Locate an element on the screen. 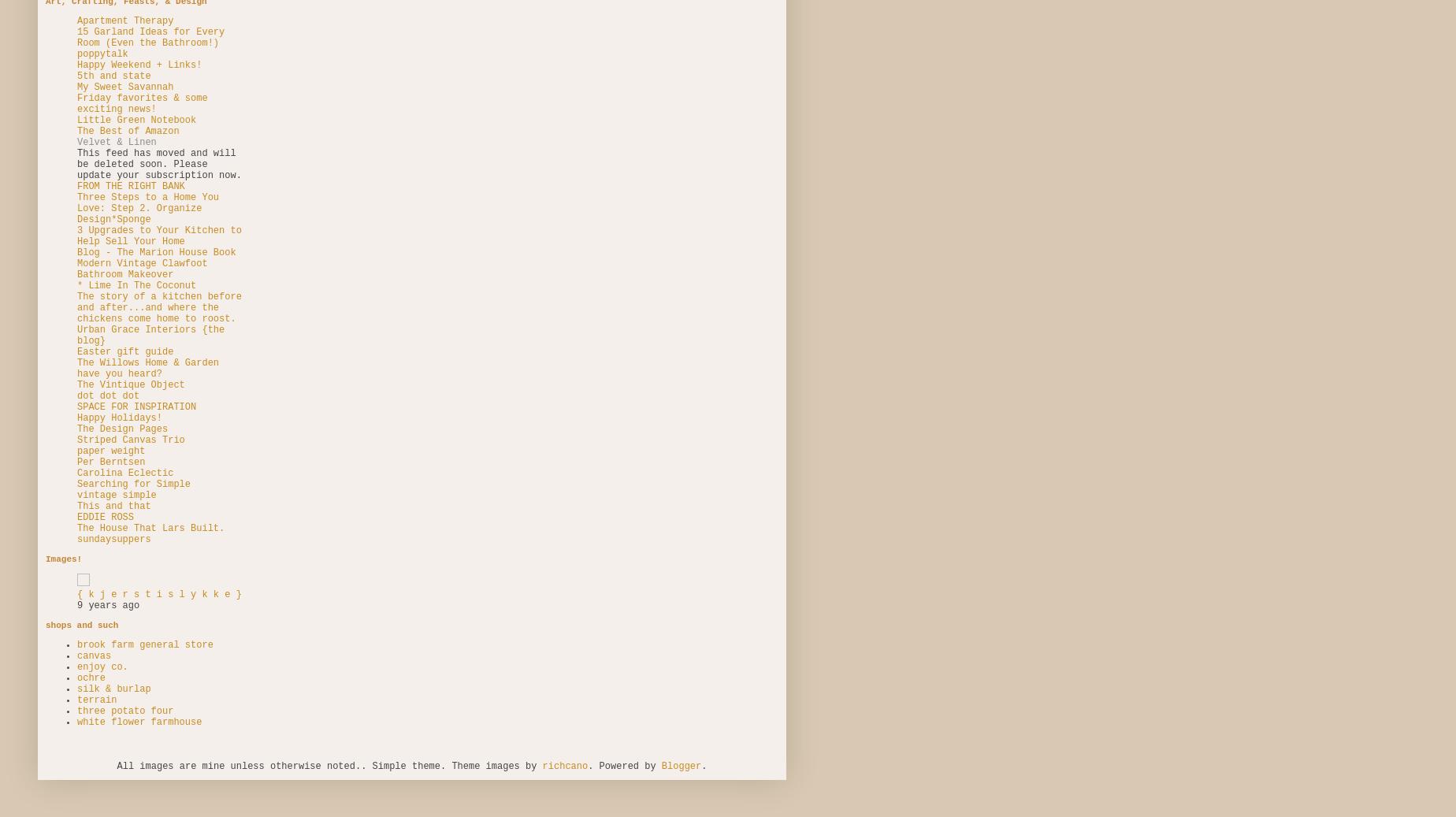  'All images are mine unless otherwise noted.. Simple theme. Theme images by' is located at coordinates (329, 765).